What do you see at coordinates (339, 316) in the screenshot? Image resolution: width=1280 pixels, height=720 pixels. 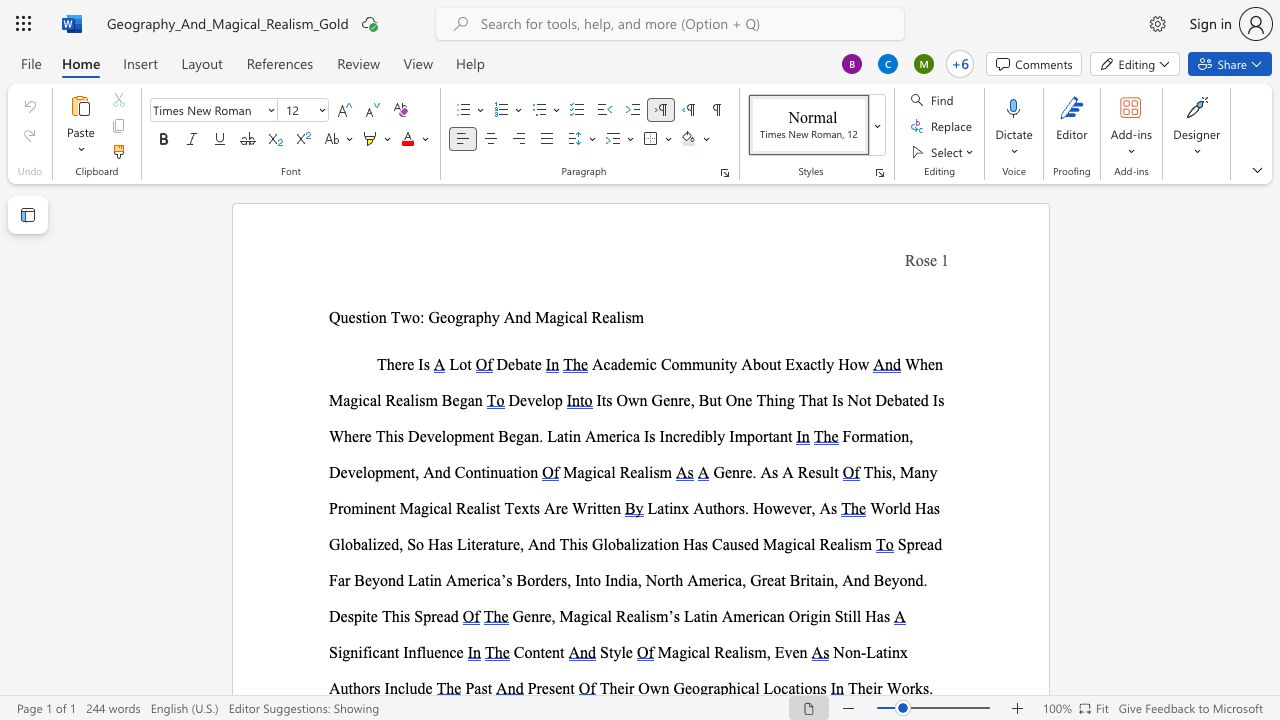 I see `the space between the continuous character "Q" and "u" in the text` at bounding box center [339, 316].